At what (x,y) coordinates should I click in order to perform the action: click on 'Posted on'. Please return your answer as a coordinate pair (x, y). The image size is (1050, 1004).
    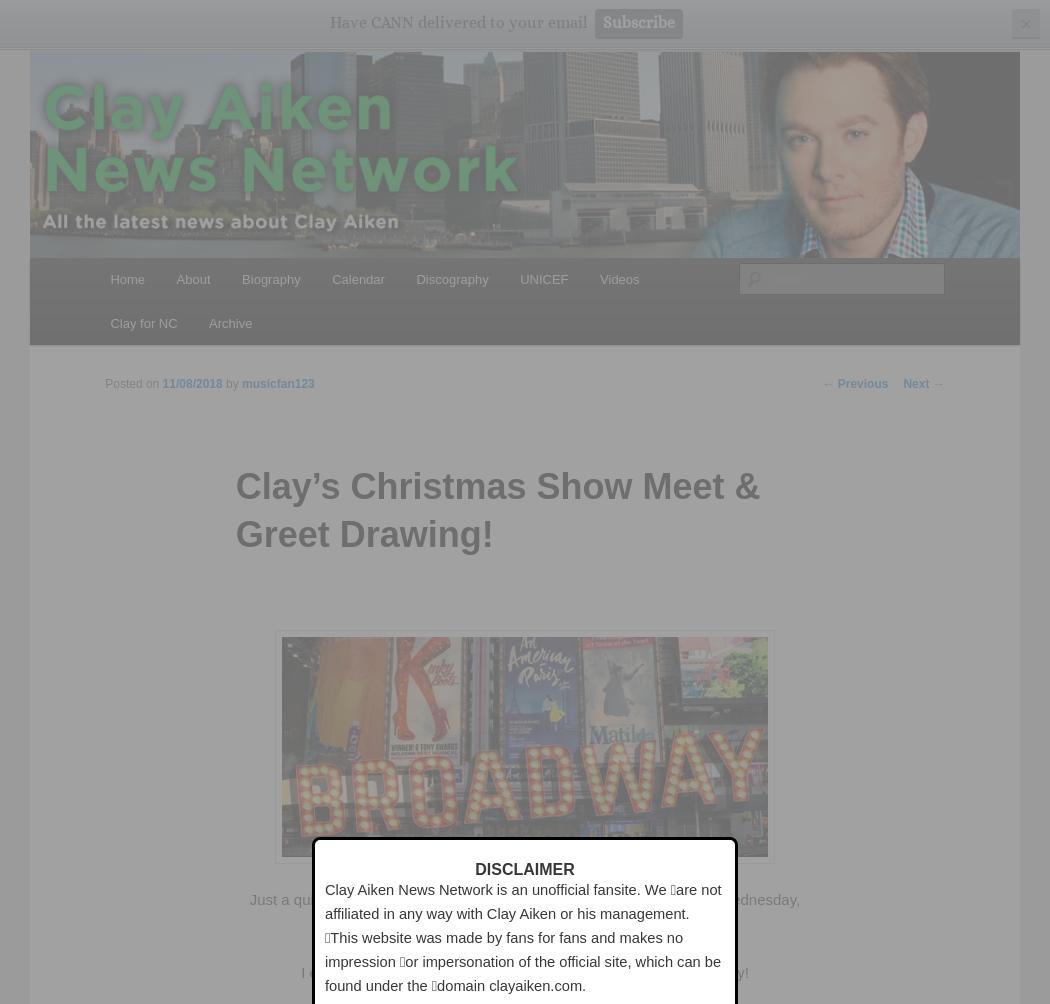
    Looking at the image, I should click on (105, 383).